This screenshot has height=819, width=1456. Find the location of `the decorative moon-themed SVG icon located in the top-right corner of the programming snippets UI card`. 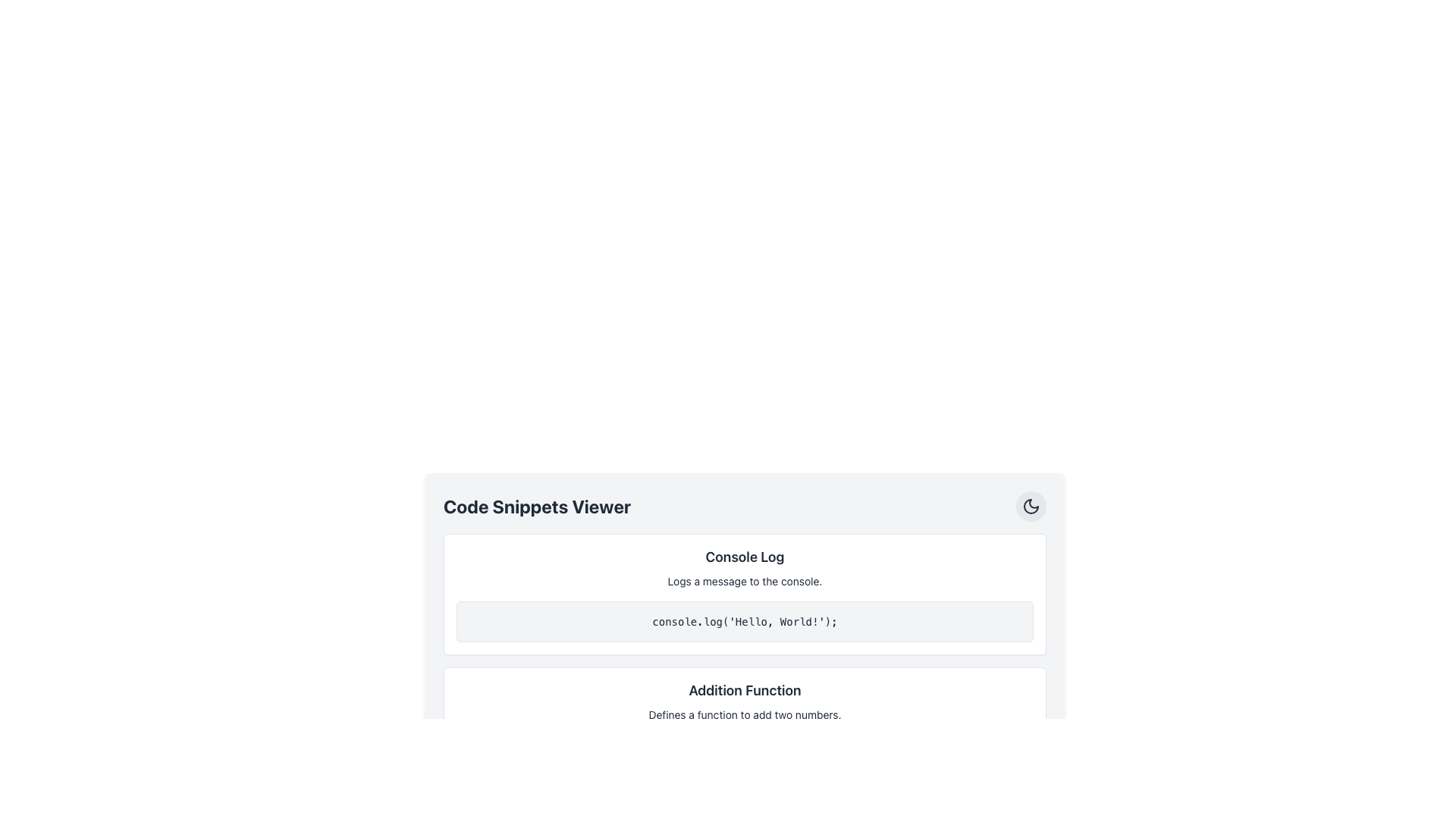

the decorative moon-themed SVG icon located in the top-right corner of the programming snippets UI card is located at coordinates (1031, 506).